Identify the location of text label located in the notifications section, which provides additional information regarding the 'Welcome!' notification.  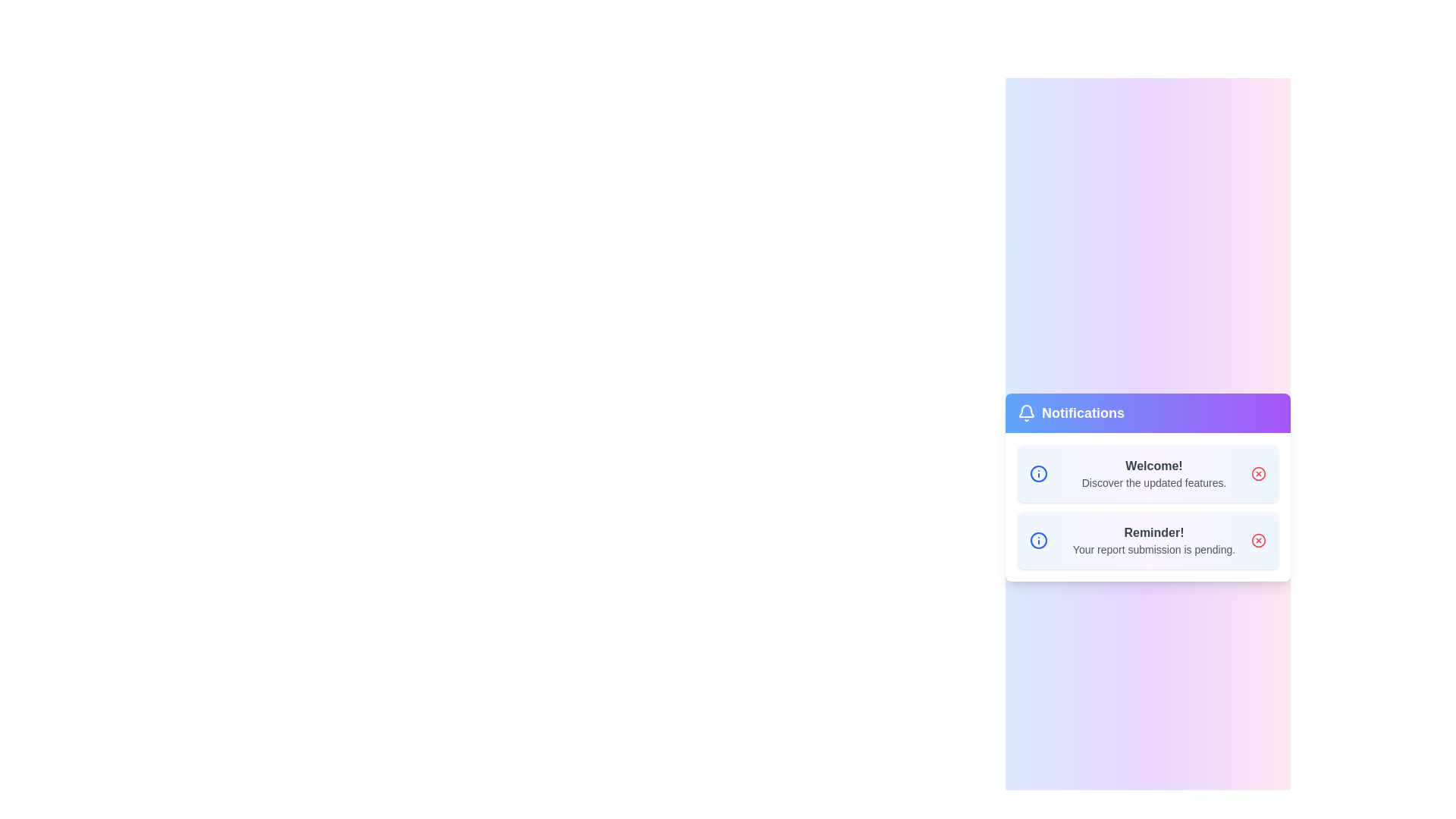
(1153, 482).